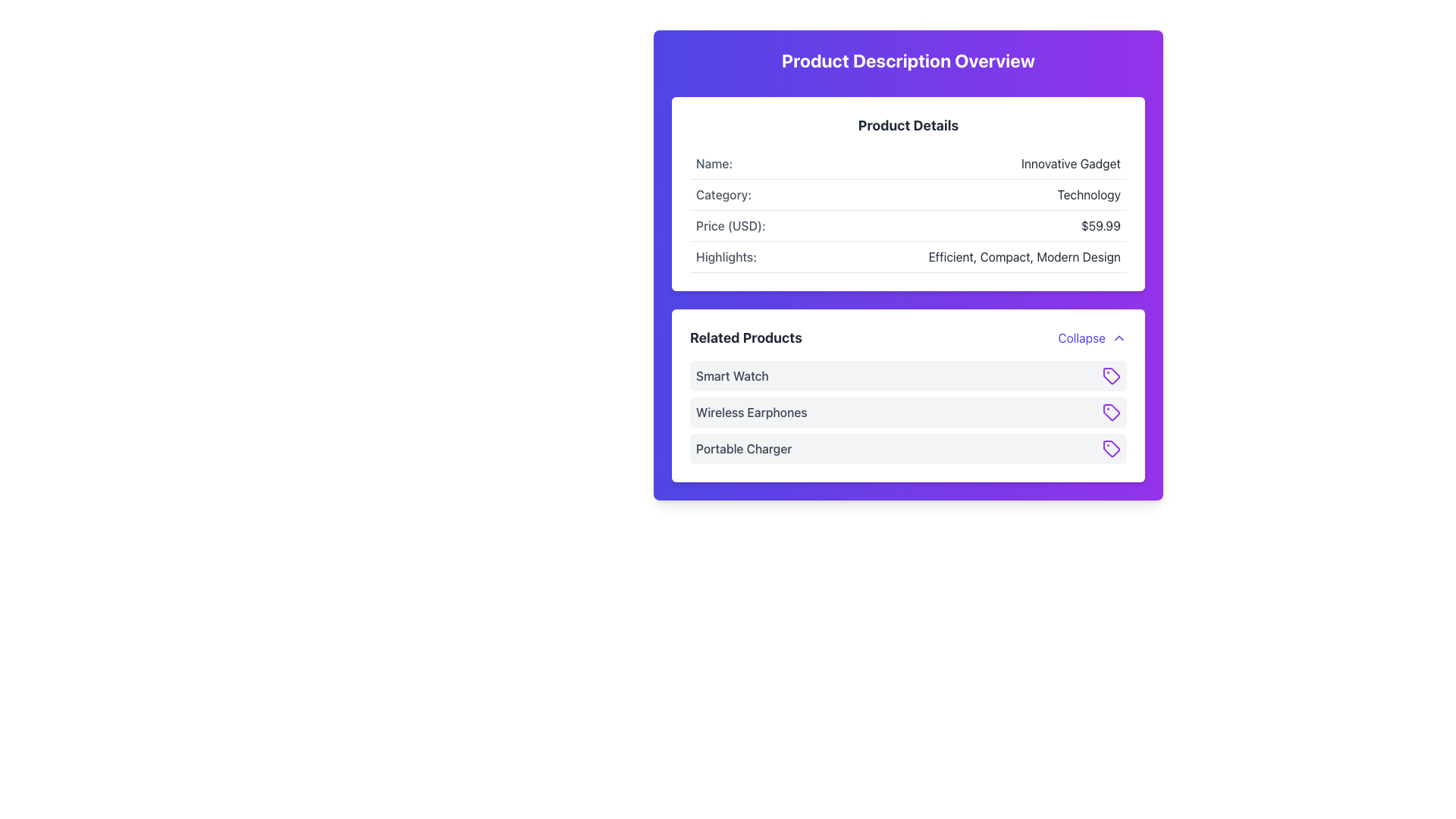 The width and height of the screenshot is (1456, 819). I want to click on the Text Header element displaying 'Product Description Overview', which is bold and centered, located above the 'Product Details' section, so click(908, 60).